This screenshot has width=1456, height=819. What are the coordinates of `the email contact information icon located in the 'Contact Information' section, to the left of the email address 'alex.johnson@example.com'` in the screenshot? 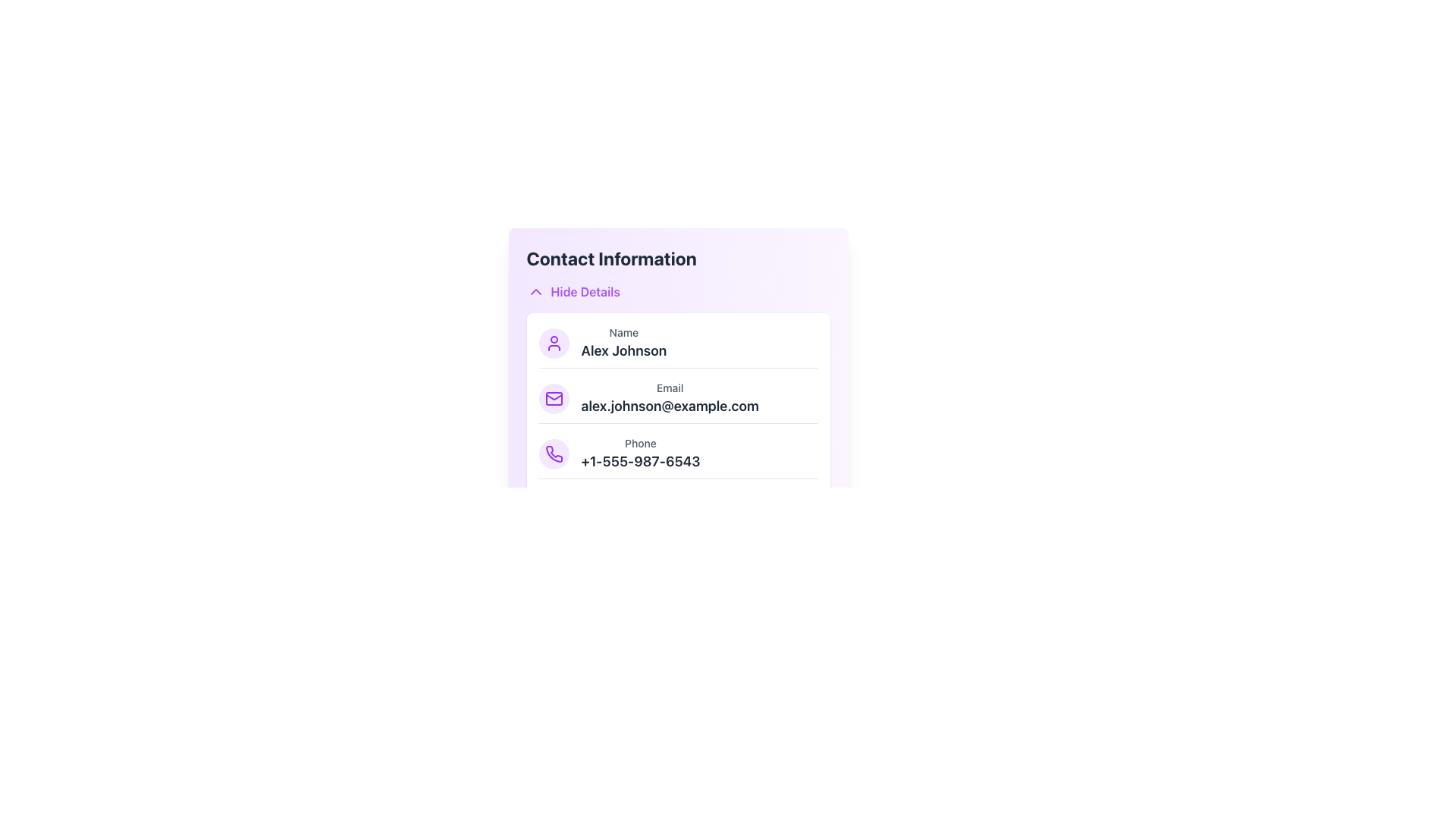 It's located at (553, 397).